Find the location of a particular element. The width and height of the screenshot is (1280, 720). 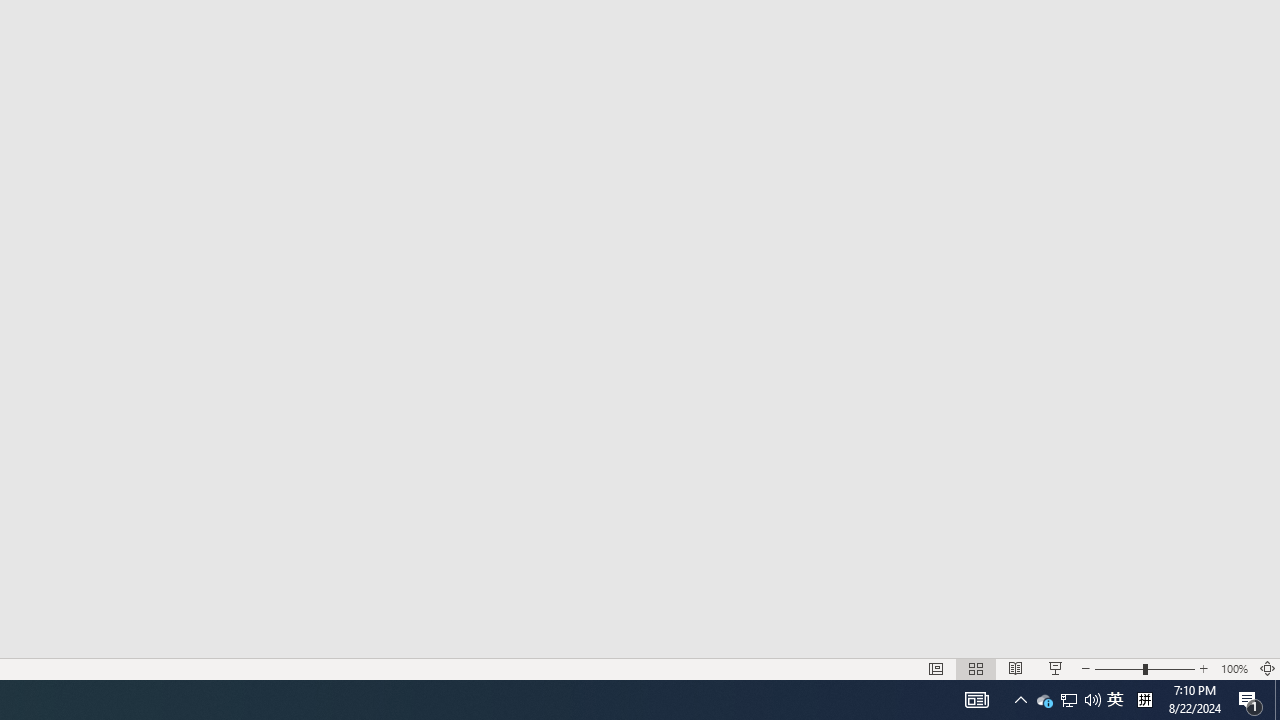

'Zoom Out' is located at coordinates (1117, 669).